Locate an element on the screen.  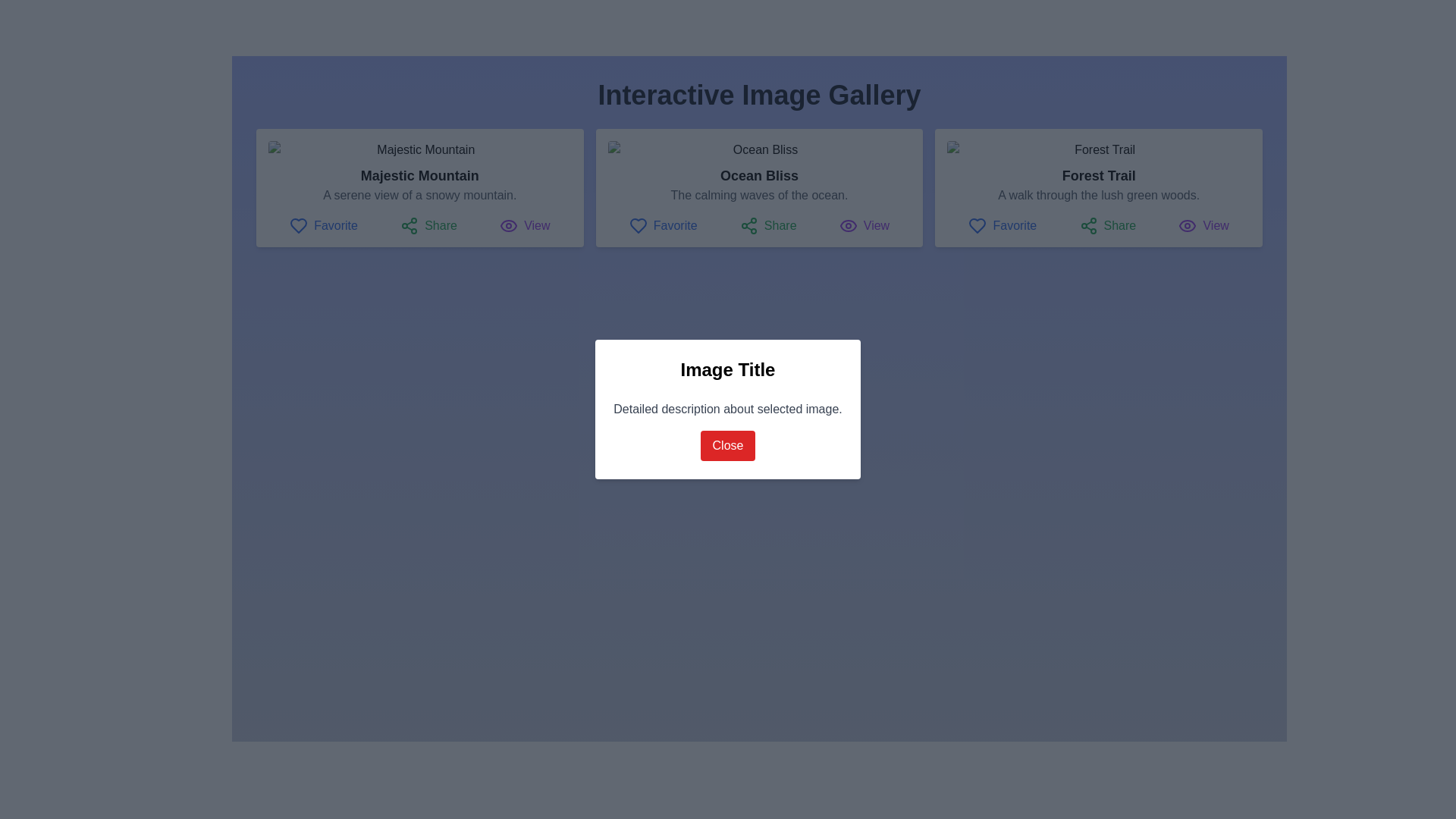
the 'View' button located on the far right within a row of interactive items, positioned under the 'Majestic Mountain' card is located at coordinates (525, 225).